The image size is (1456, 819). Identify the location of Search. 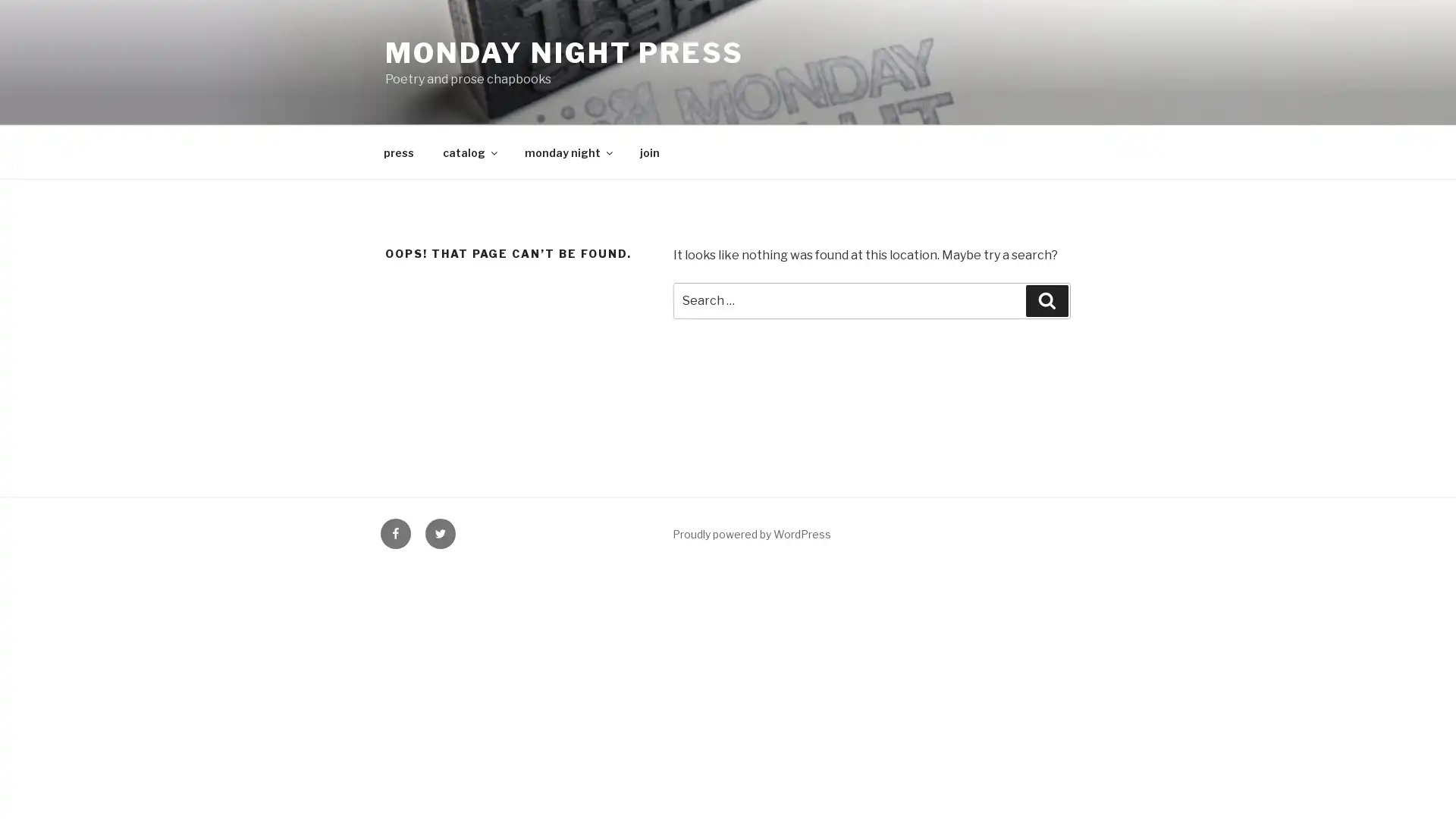
(1046, 301).